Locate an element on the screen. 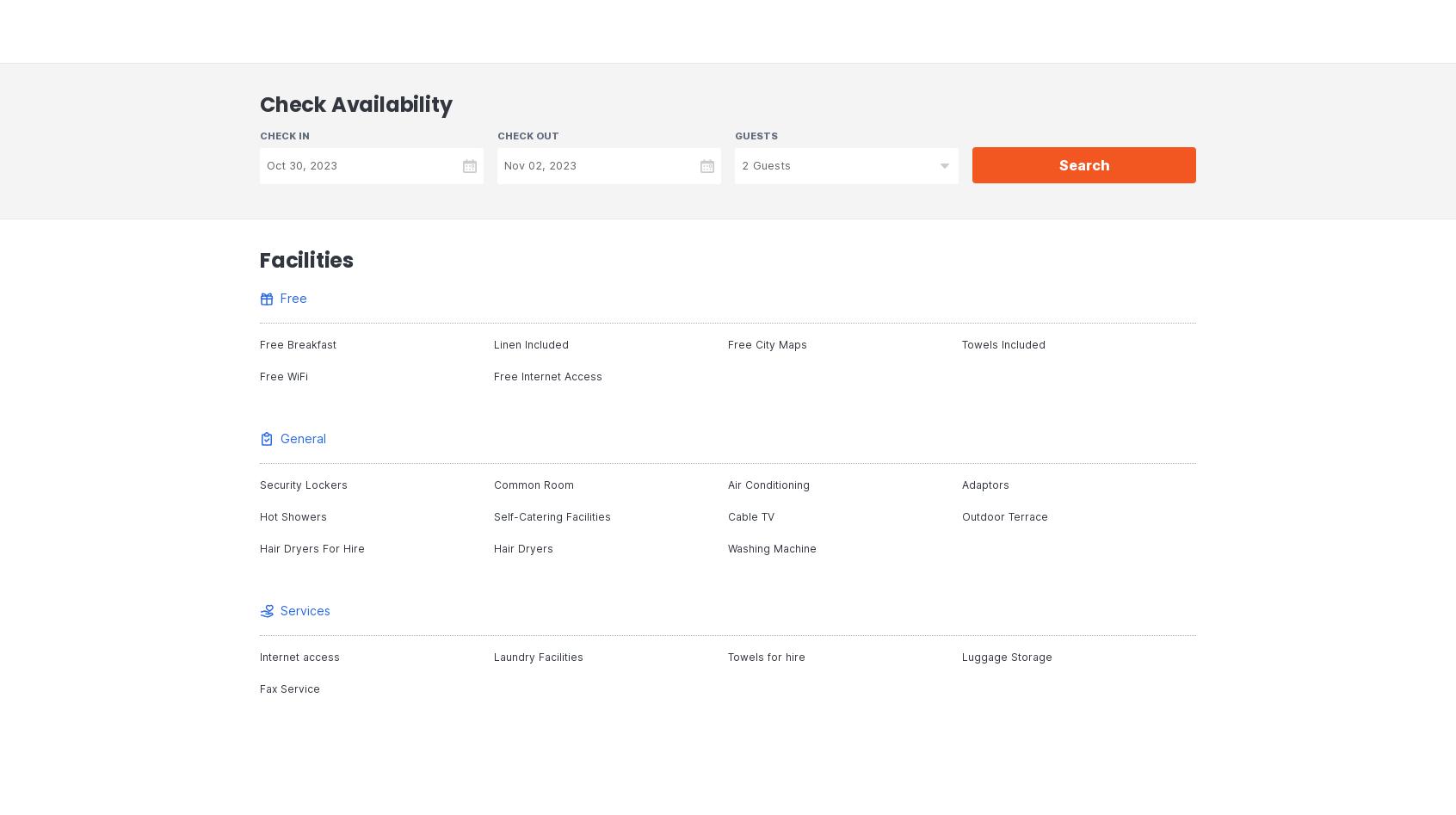  'Free Internet Access' is located at coordinates (548, 376).